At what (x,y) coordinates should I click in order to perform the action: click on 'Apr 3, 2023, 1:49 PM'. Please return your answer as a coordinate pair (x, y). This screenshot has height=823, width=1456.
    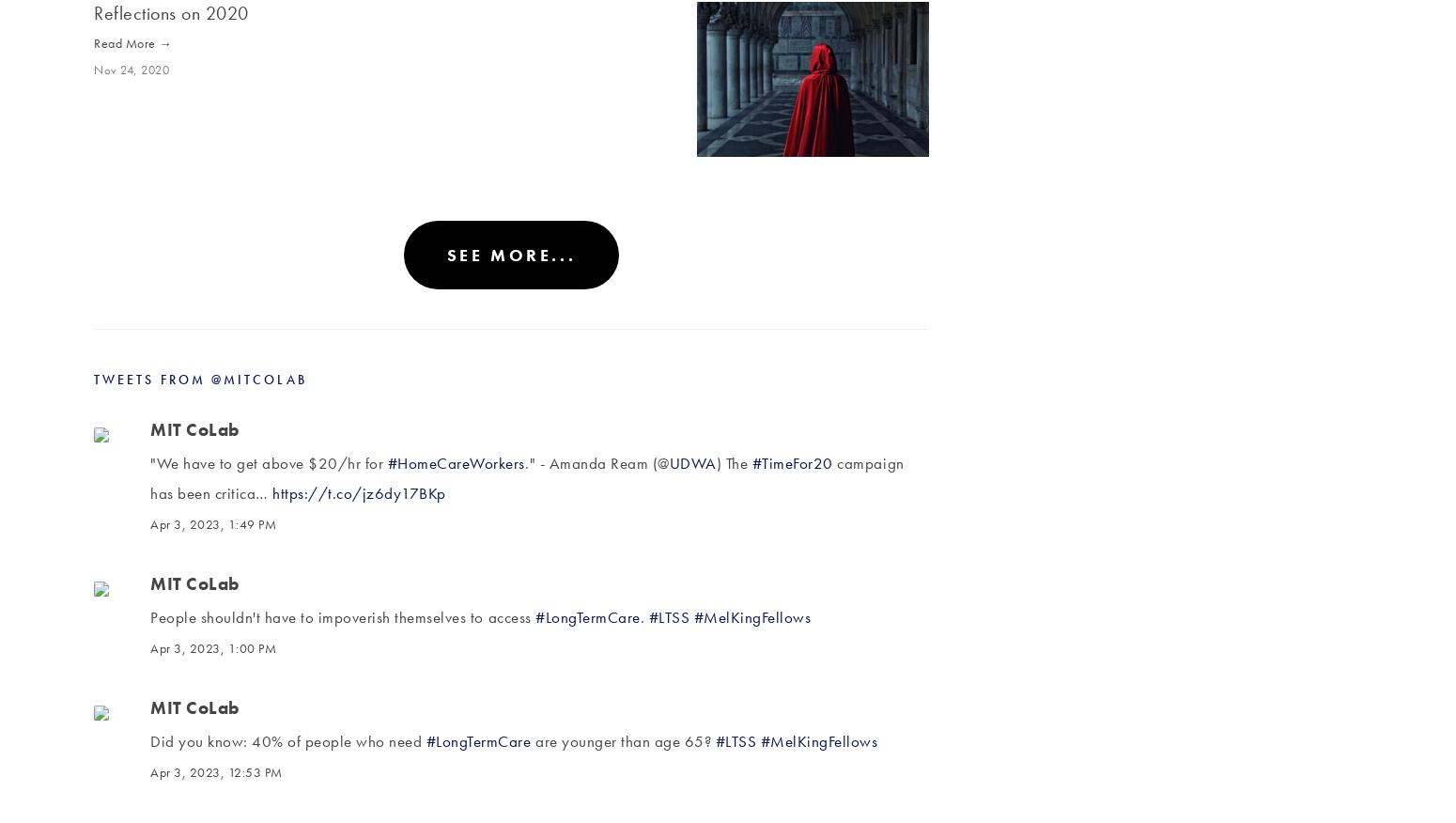
    Looking at the image, I should click on (212, 523).